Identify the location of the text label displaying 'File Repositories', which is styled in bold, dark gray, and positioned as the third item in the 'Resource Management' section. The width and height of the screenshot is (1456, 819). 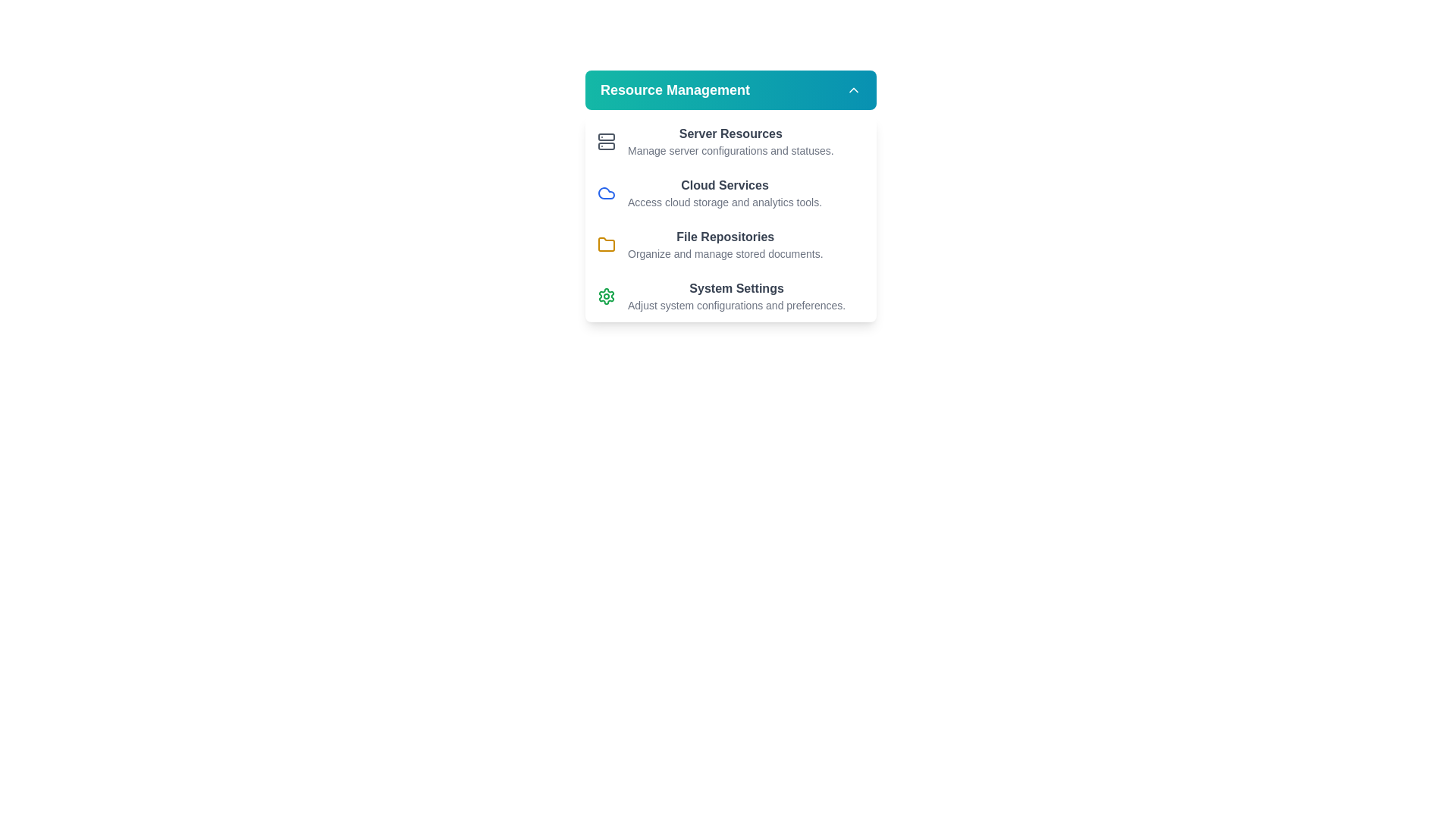
(724, 237).